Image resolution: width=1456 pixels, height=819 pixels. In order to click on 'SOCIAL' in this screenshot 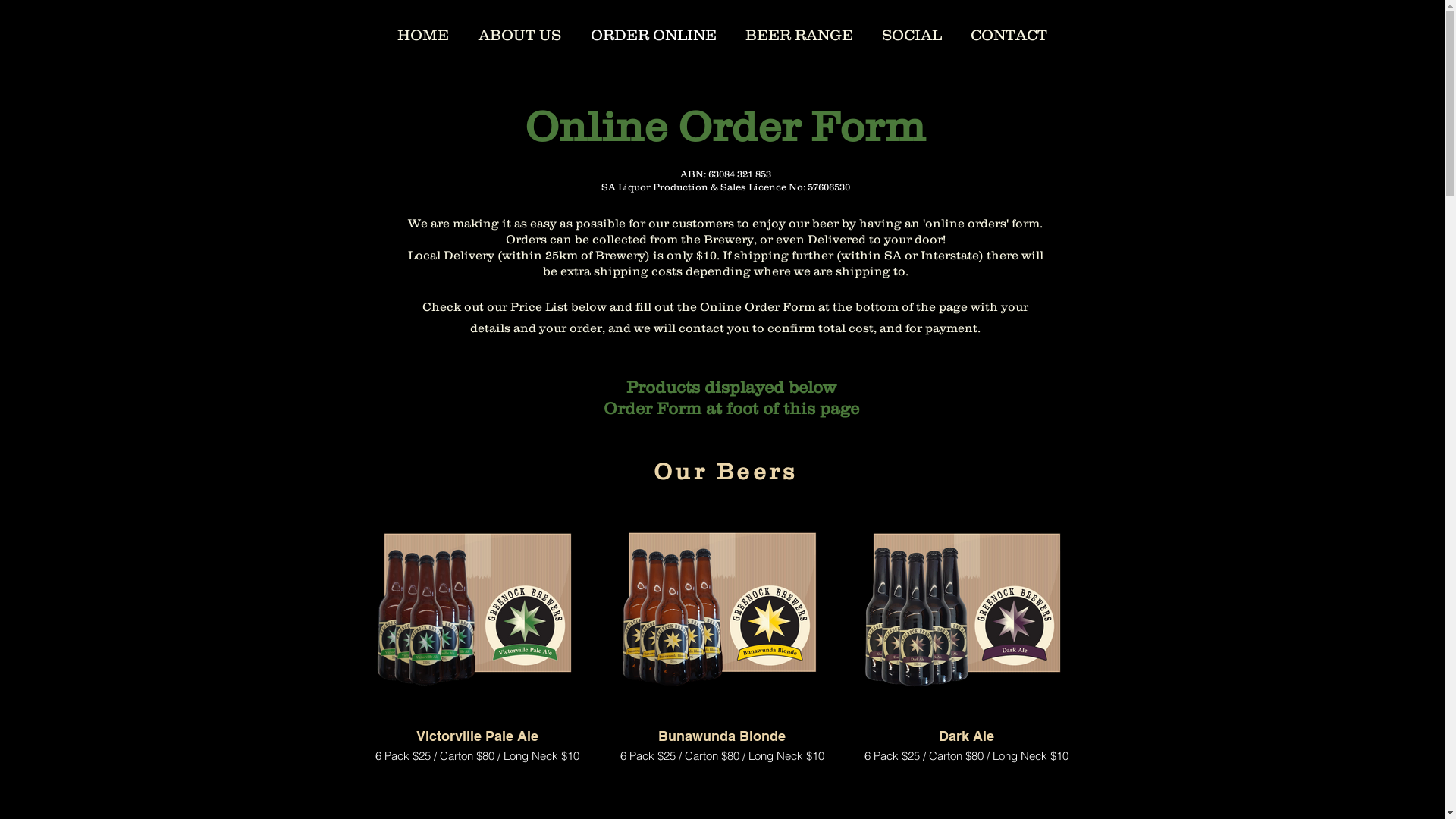, I will do `click(867, 33)`.